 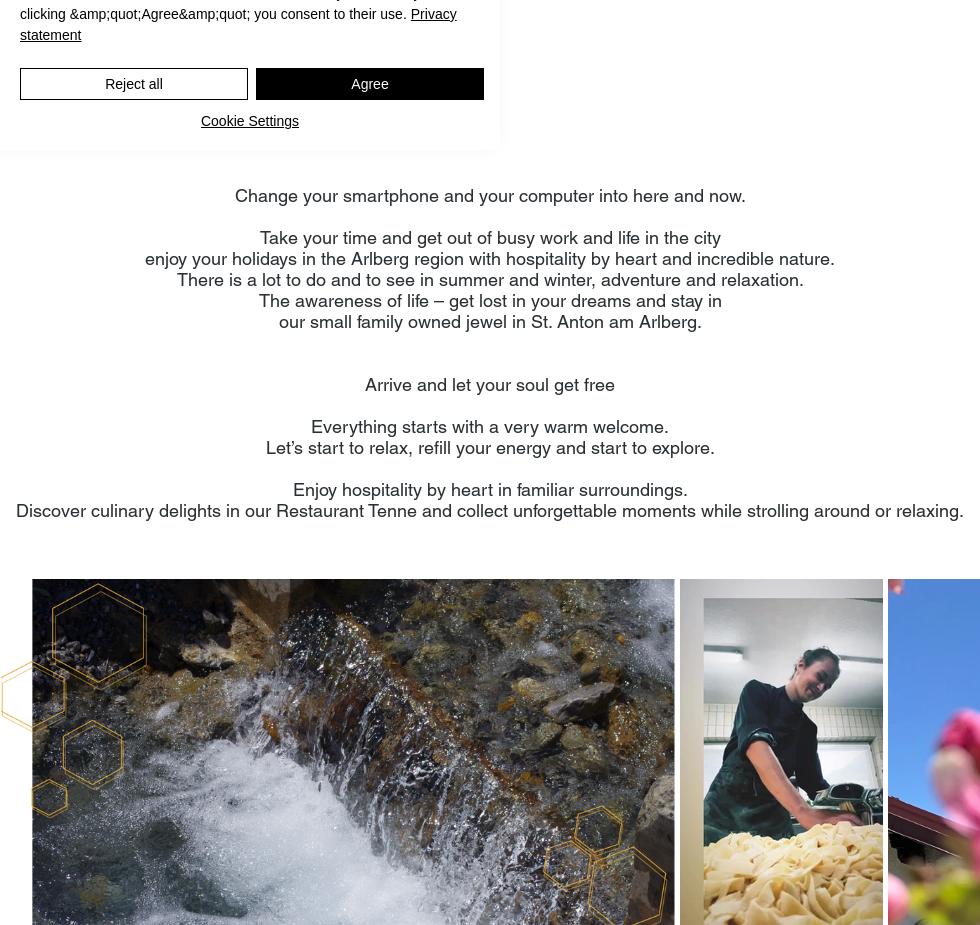 I want to click on 'Let’s start to relax, refill your energy and start to explore.', so click(x=489, y=446).